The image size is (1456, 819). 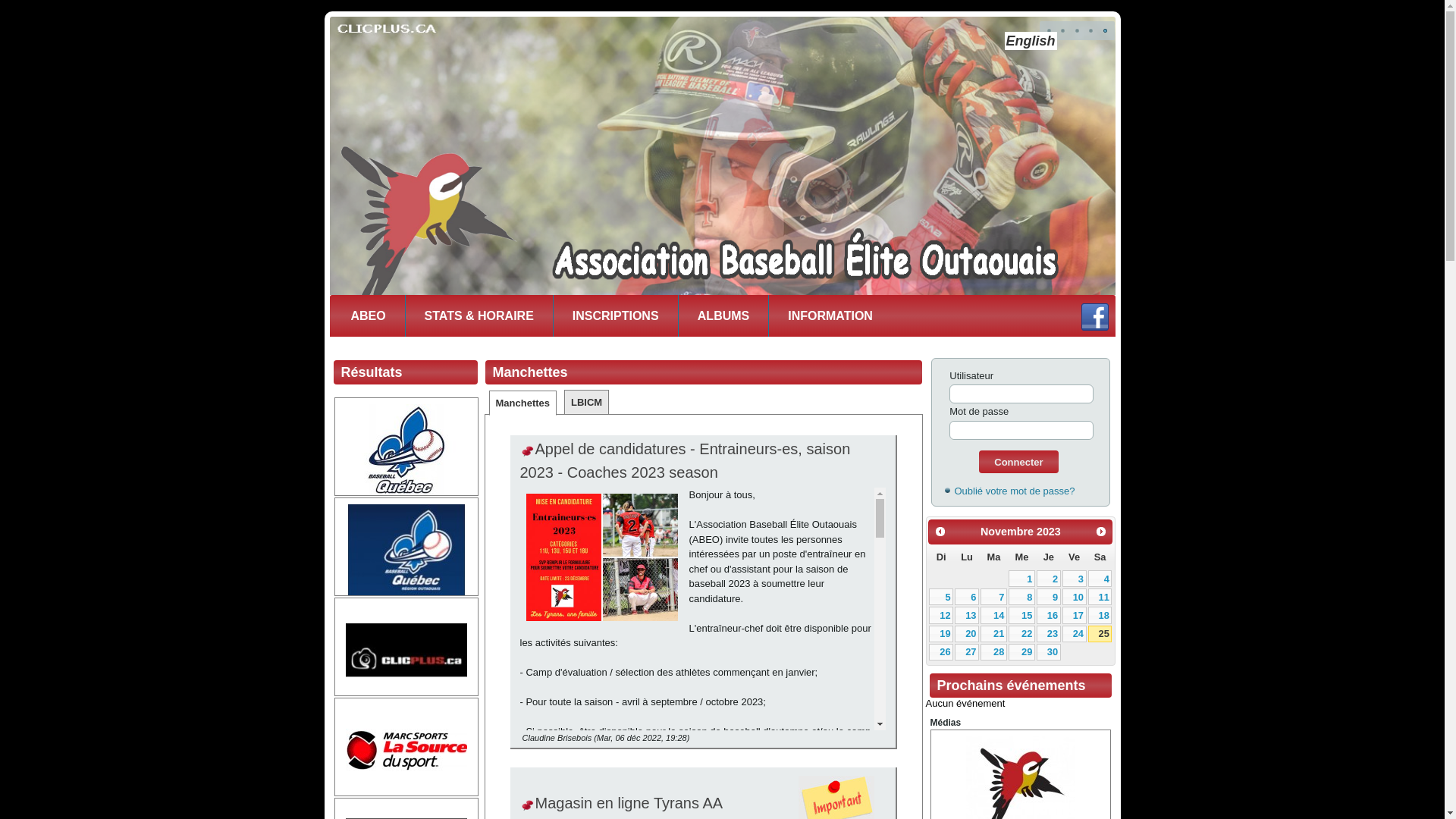 What do you see at coordinates (1018, 461) in the screenshot?
I see `'Connecter'` at bounding box center [1018, 461].